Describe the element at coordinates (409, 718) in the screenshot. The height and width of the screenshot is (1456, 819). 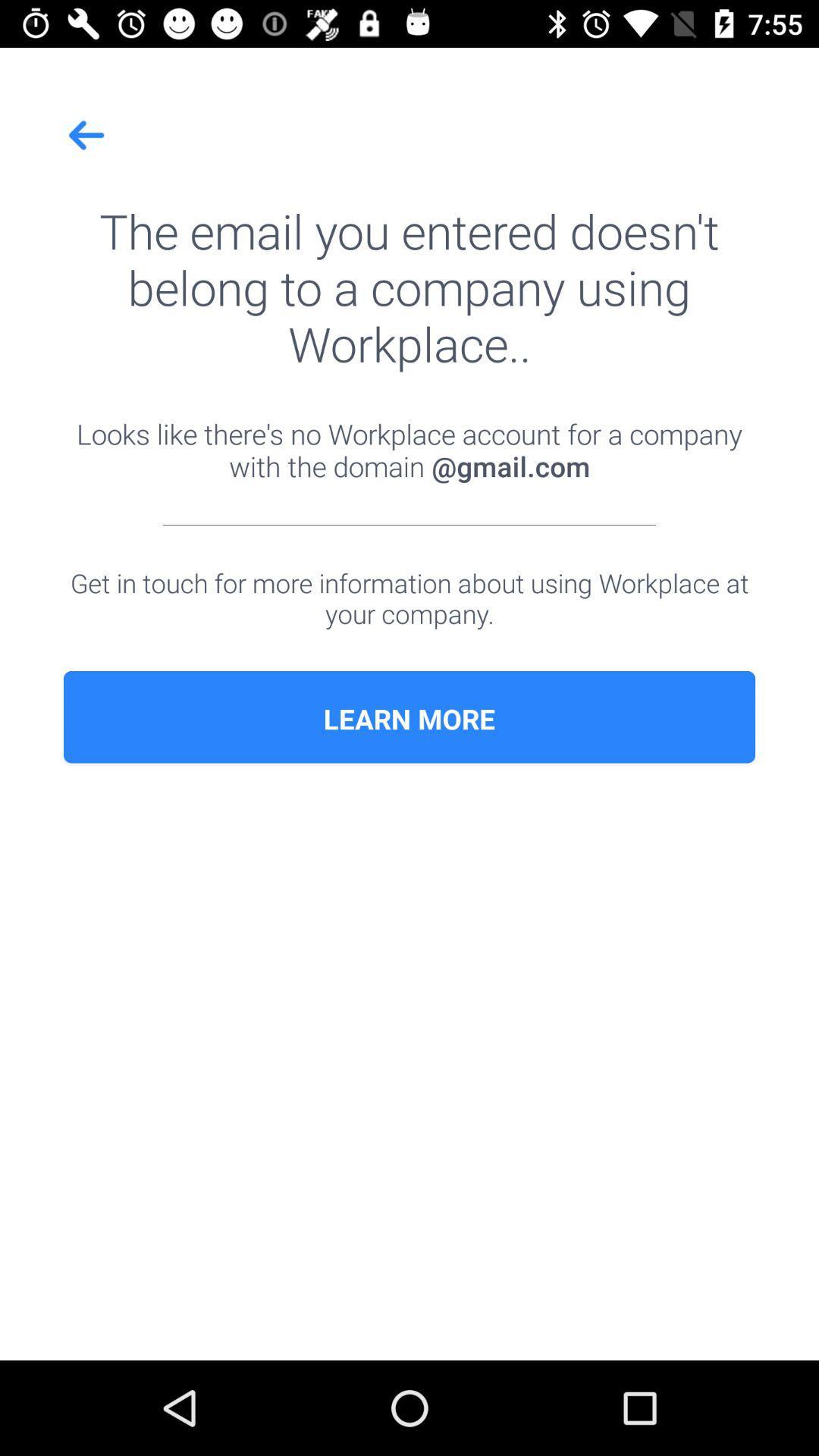
I see `the learn more icon` at that location.